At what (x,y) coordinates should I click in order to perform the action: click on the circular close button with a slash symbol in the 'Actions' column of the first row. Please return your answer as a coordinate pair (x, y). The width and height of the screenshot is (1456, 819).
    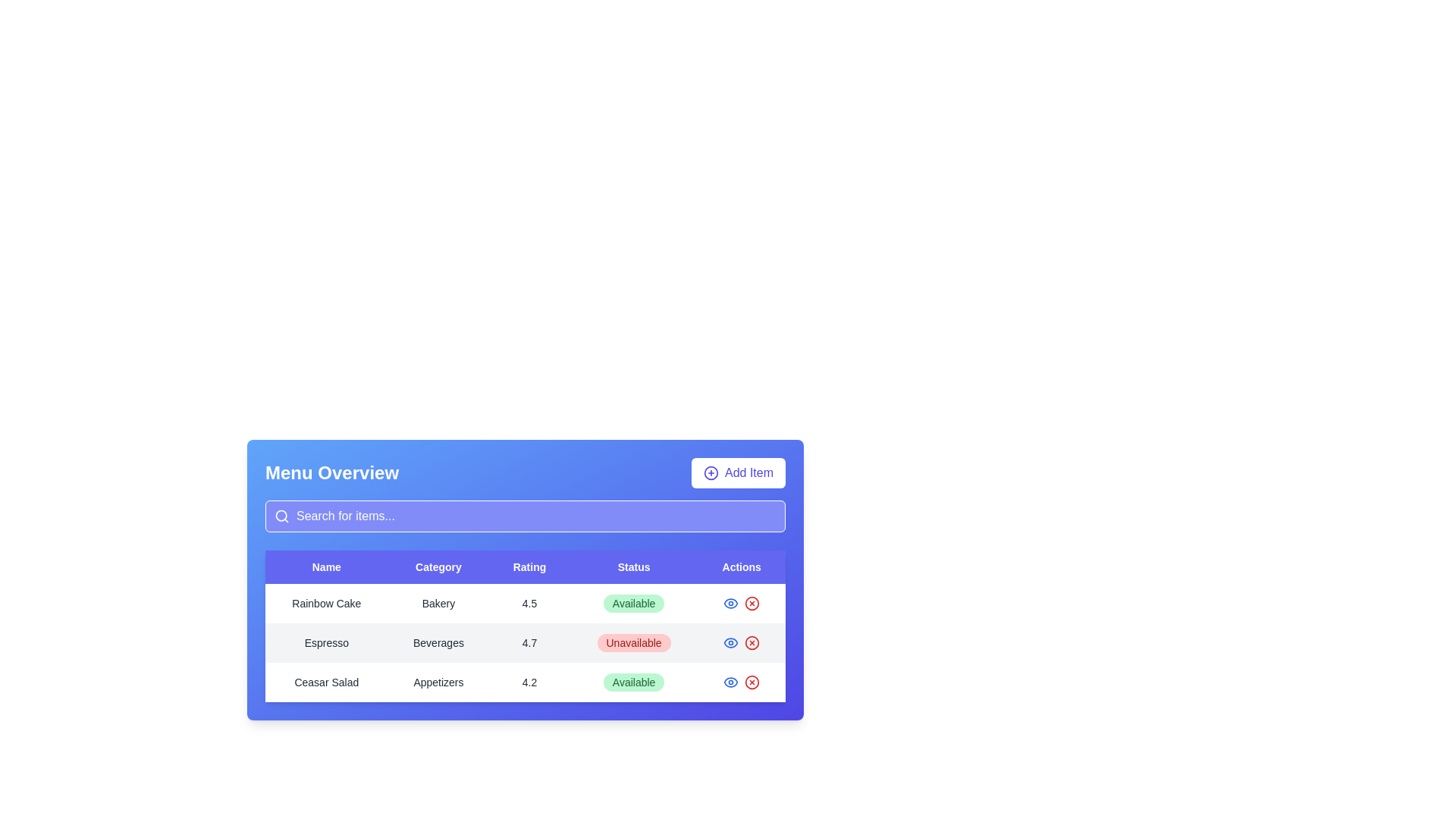
    Looking at the image, I should click on (752, 602).